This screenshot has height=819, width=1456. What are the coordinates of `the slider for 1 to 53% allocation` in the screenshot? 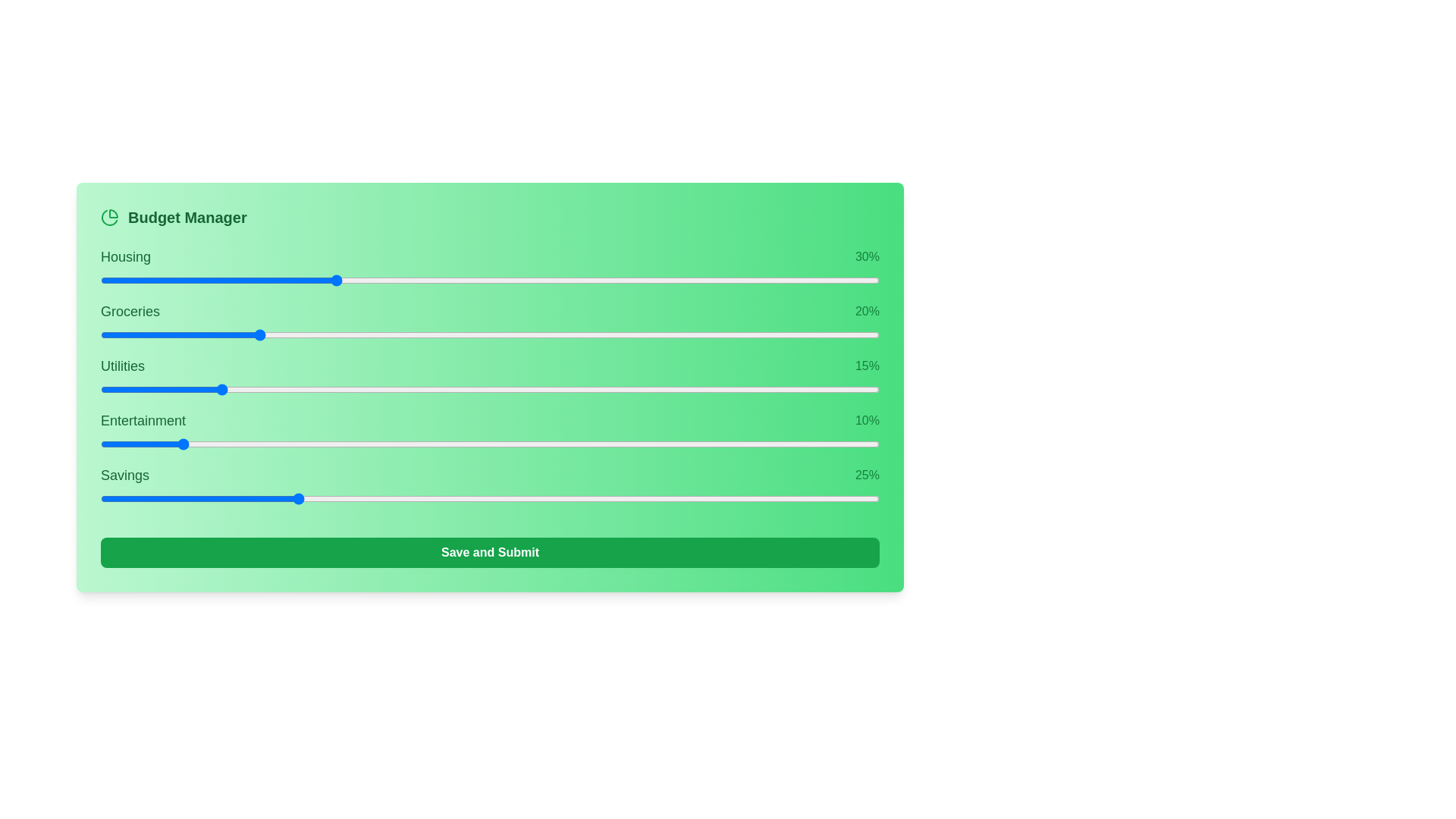 It's located at (695, 334).